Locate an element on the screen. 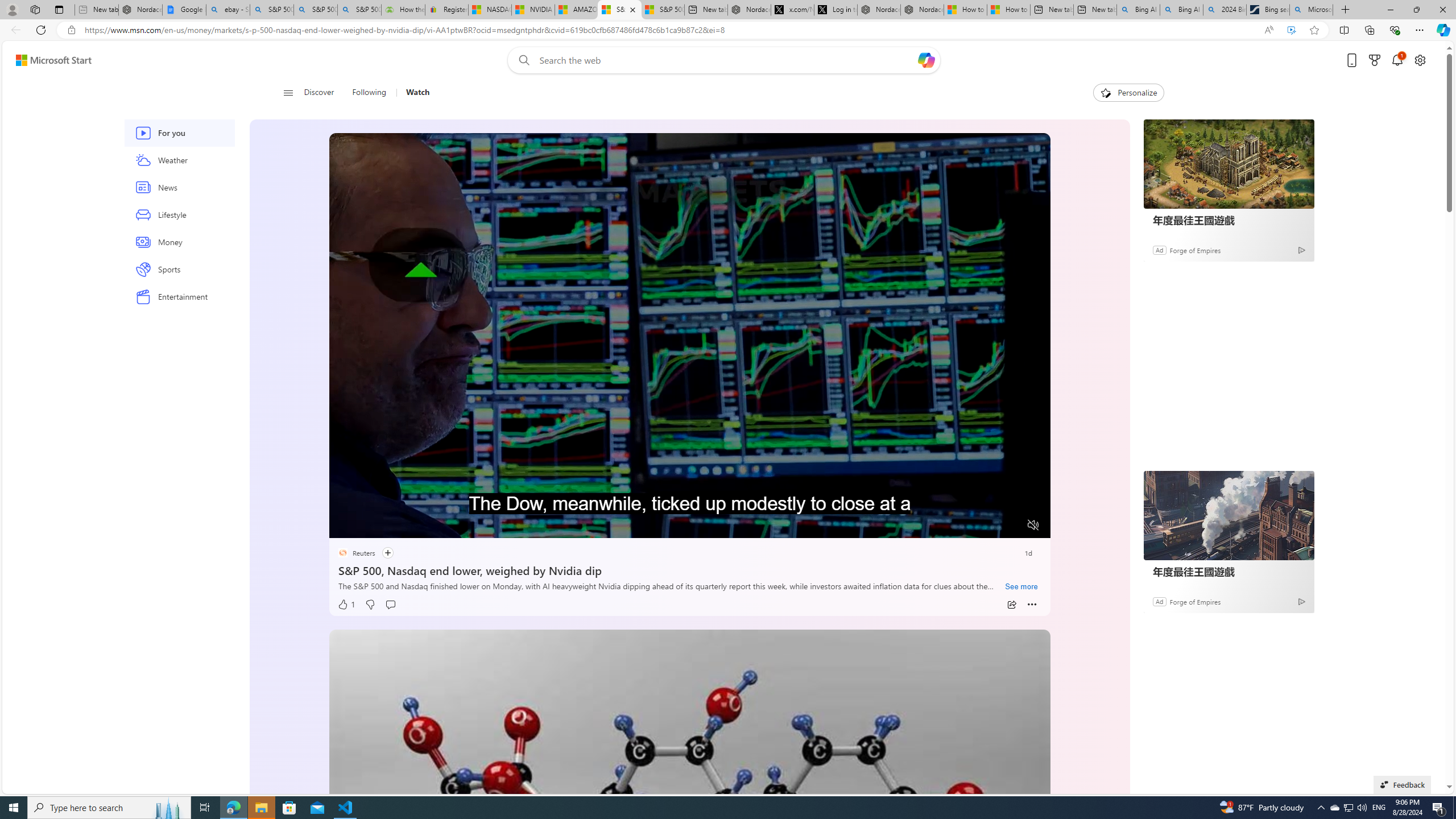 This screenshot has height=819, width=1456. '1 Like' is located at coordinates (345, 604).